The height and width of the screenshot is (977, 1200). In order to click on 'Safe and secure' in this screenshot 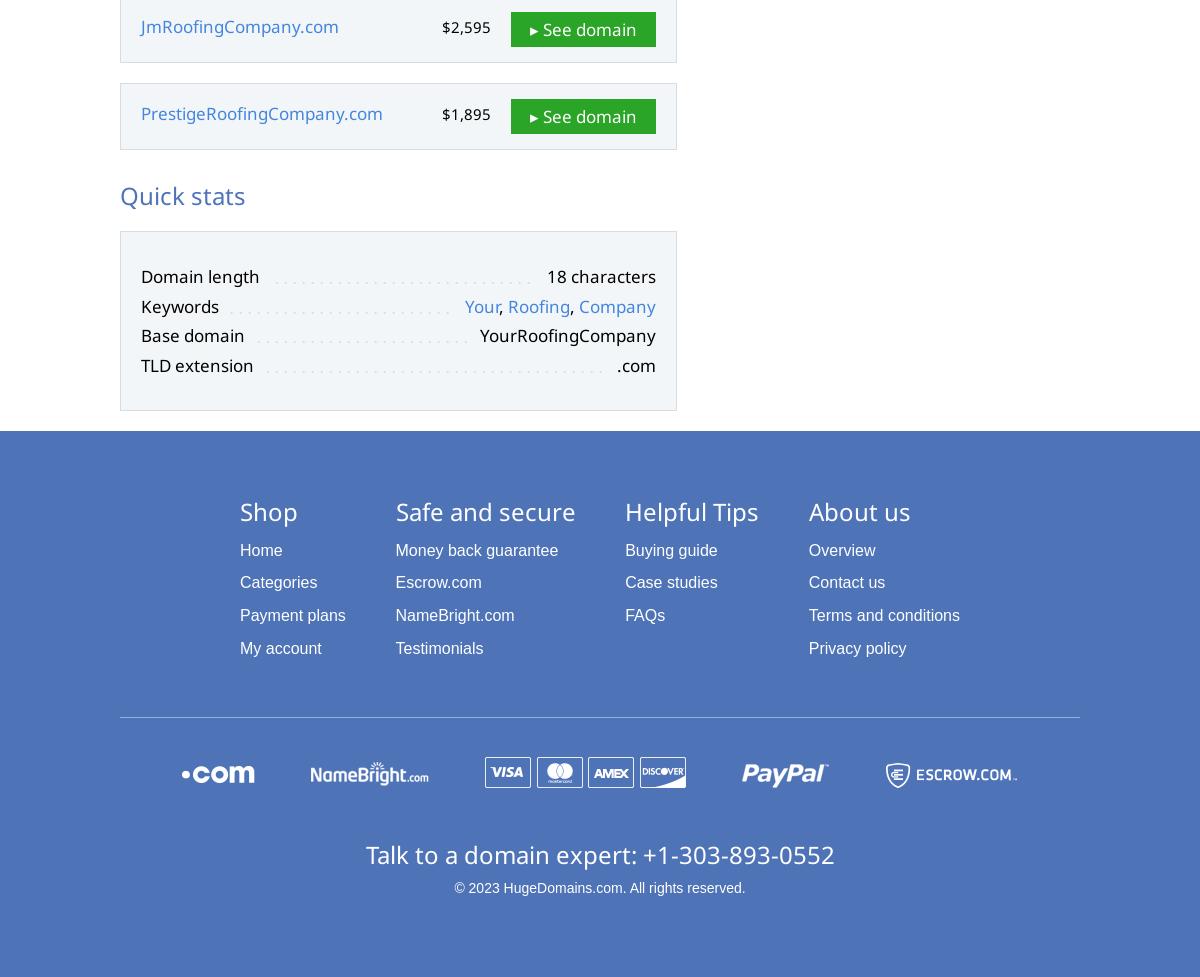, I will do `click(484, 510)`.